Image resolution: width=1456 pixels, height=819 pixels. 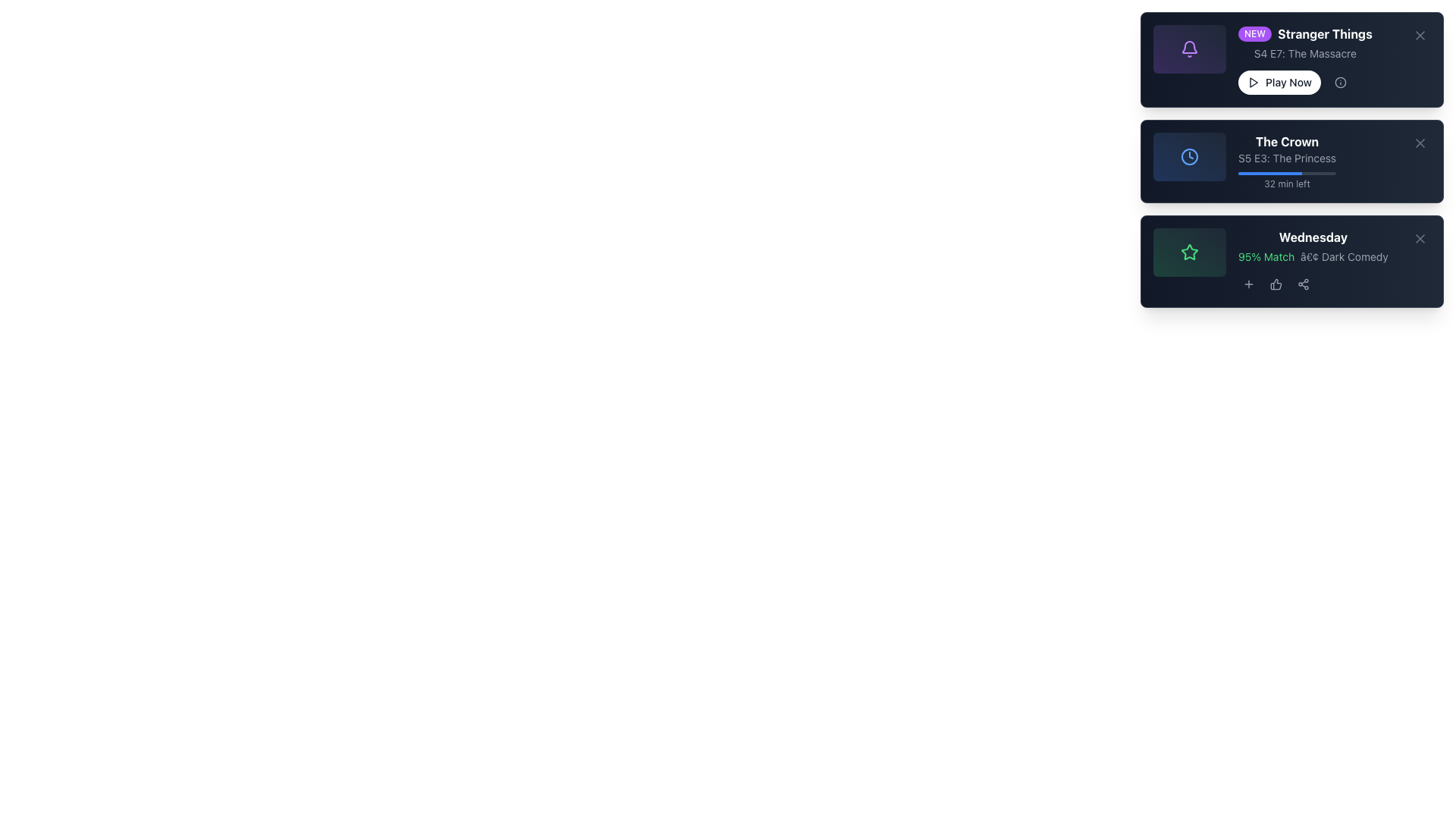 What do you see at coordinates (1419, 143) in the screenshot?
I see `the close button located in the top-right corner of 'The Crown' card` at bounding box center [1419, 143].